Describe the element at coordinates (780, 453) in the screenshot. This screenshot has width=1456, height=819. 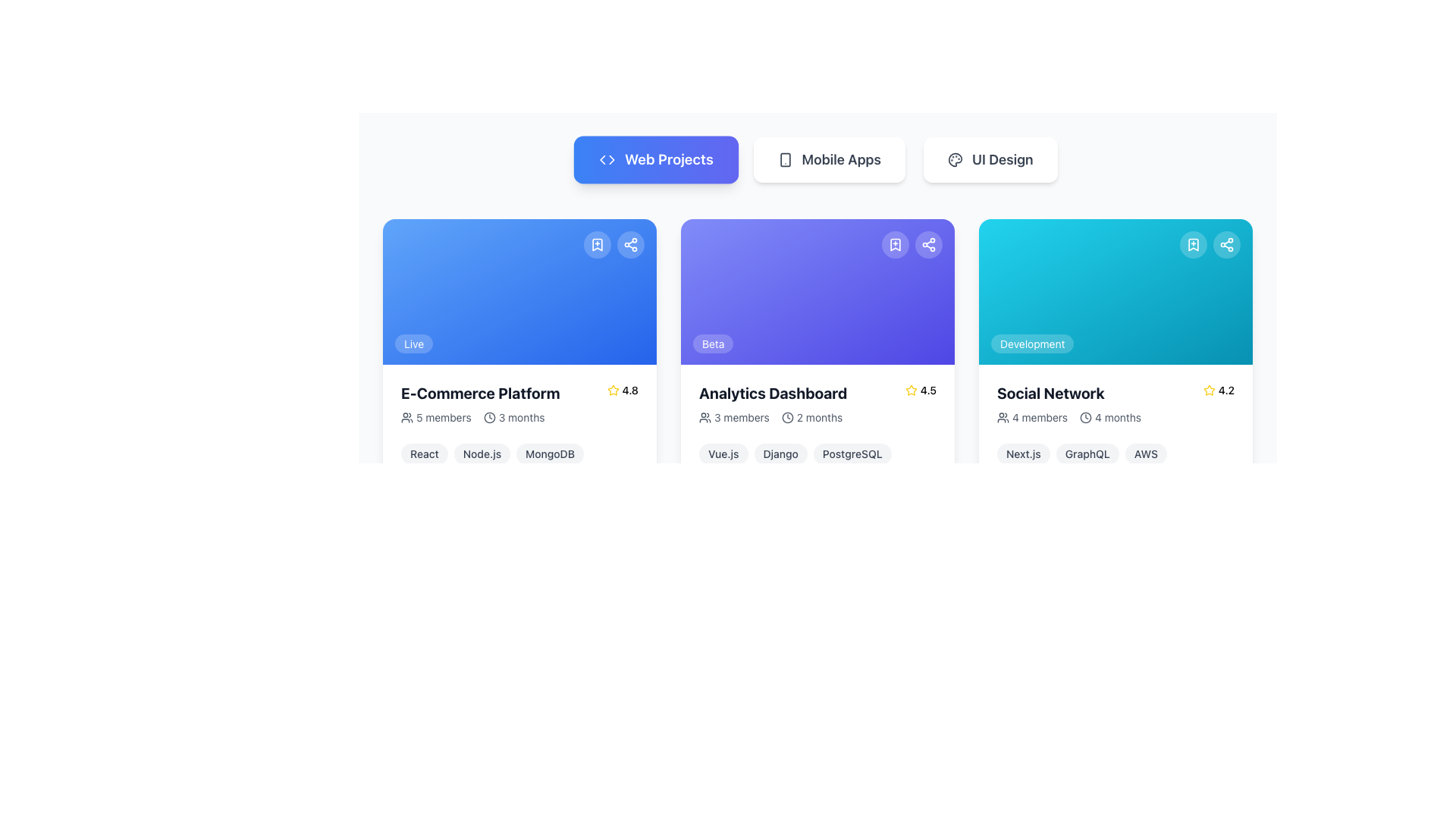
I see `the pill-shaped text label element containing 'Django', which is the second of three similar tags in the horizontal arrangement below the 'Analytics Dashboard' card` at that location.